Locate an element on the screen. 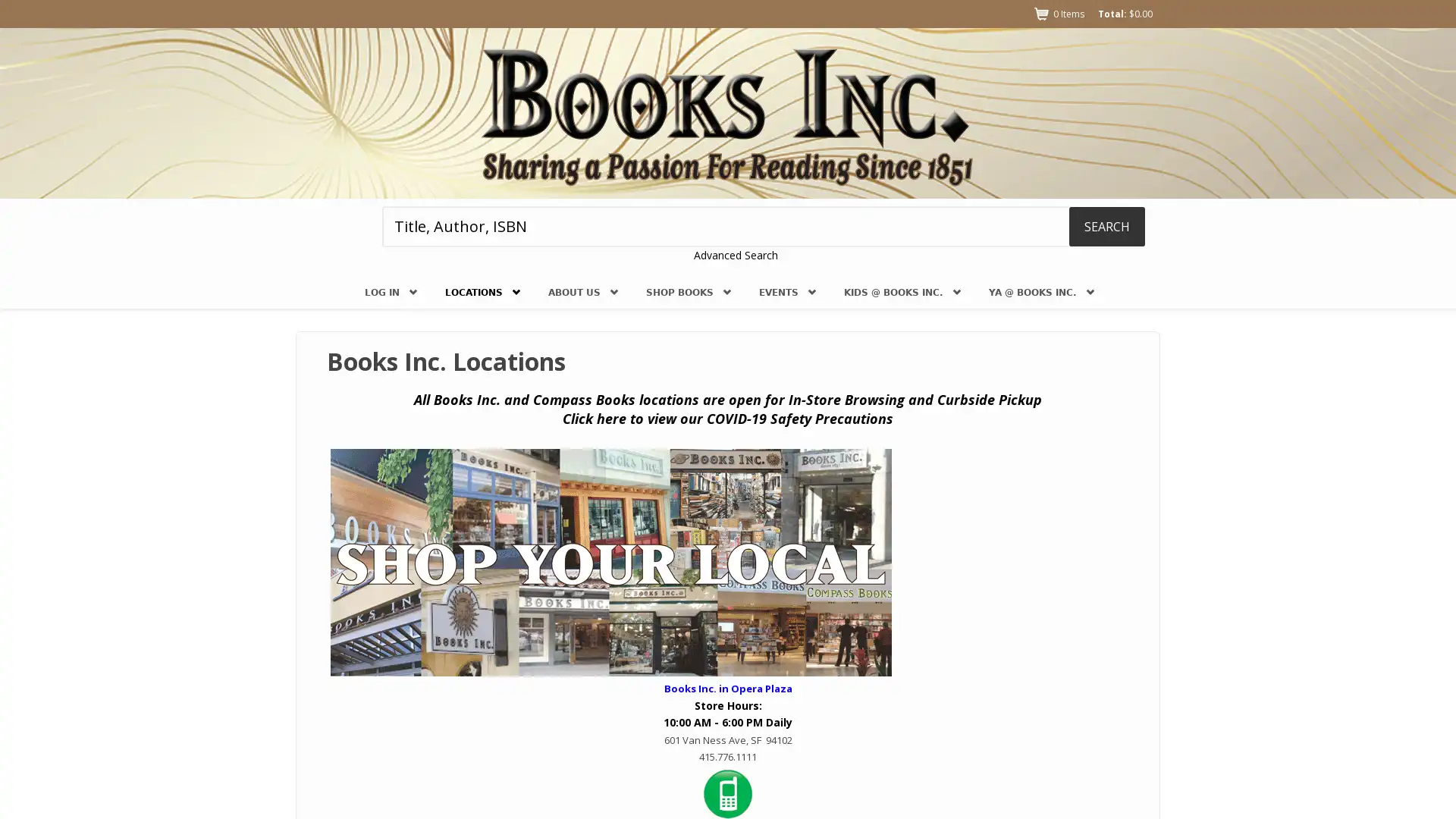 The image size is (1456, 819). Search is located at coordinates (1106, 225).